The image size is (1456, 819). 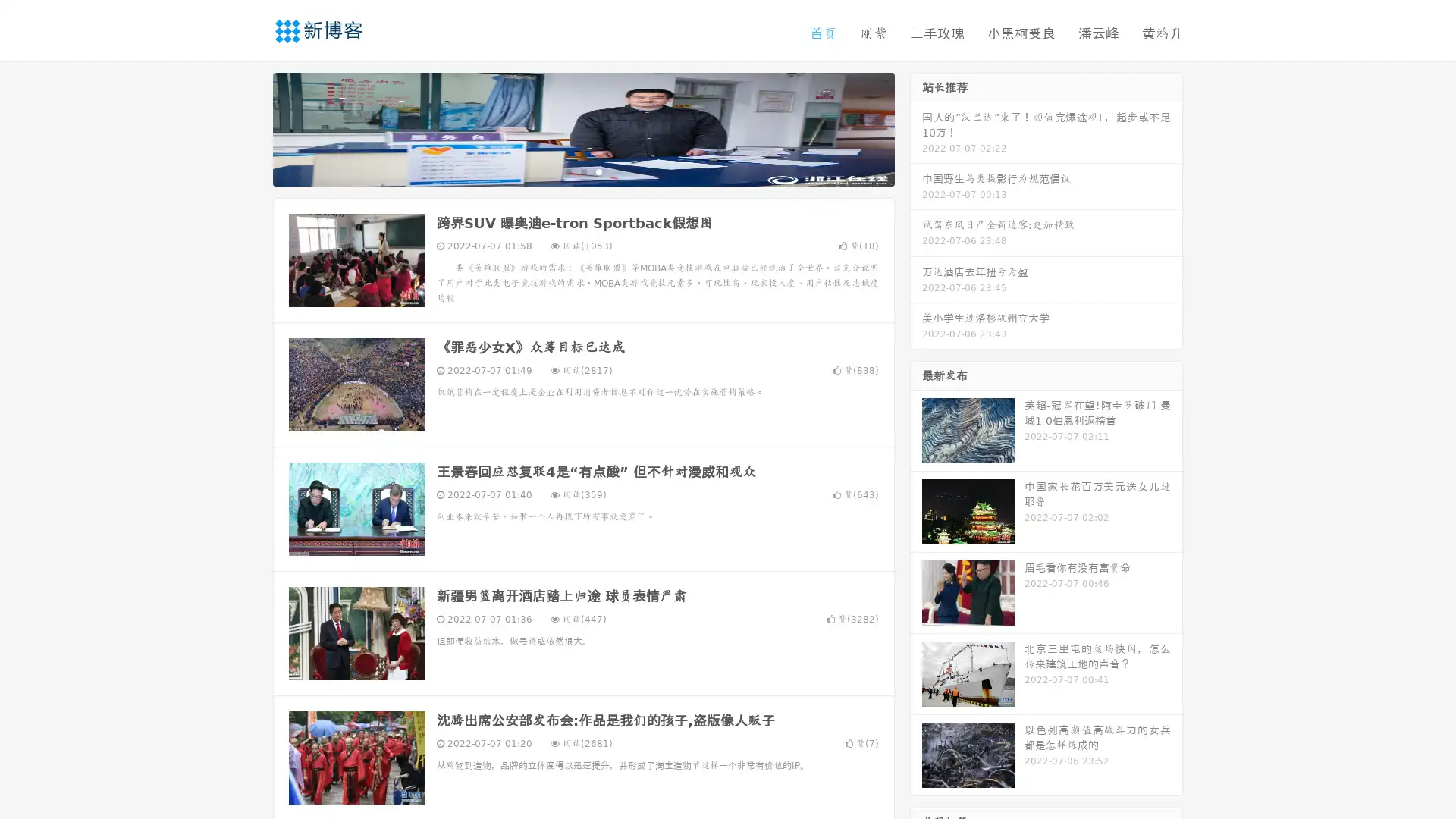 I want to click on Go to slide 2, so click(x=582, y=171).